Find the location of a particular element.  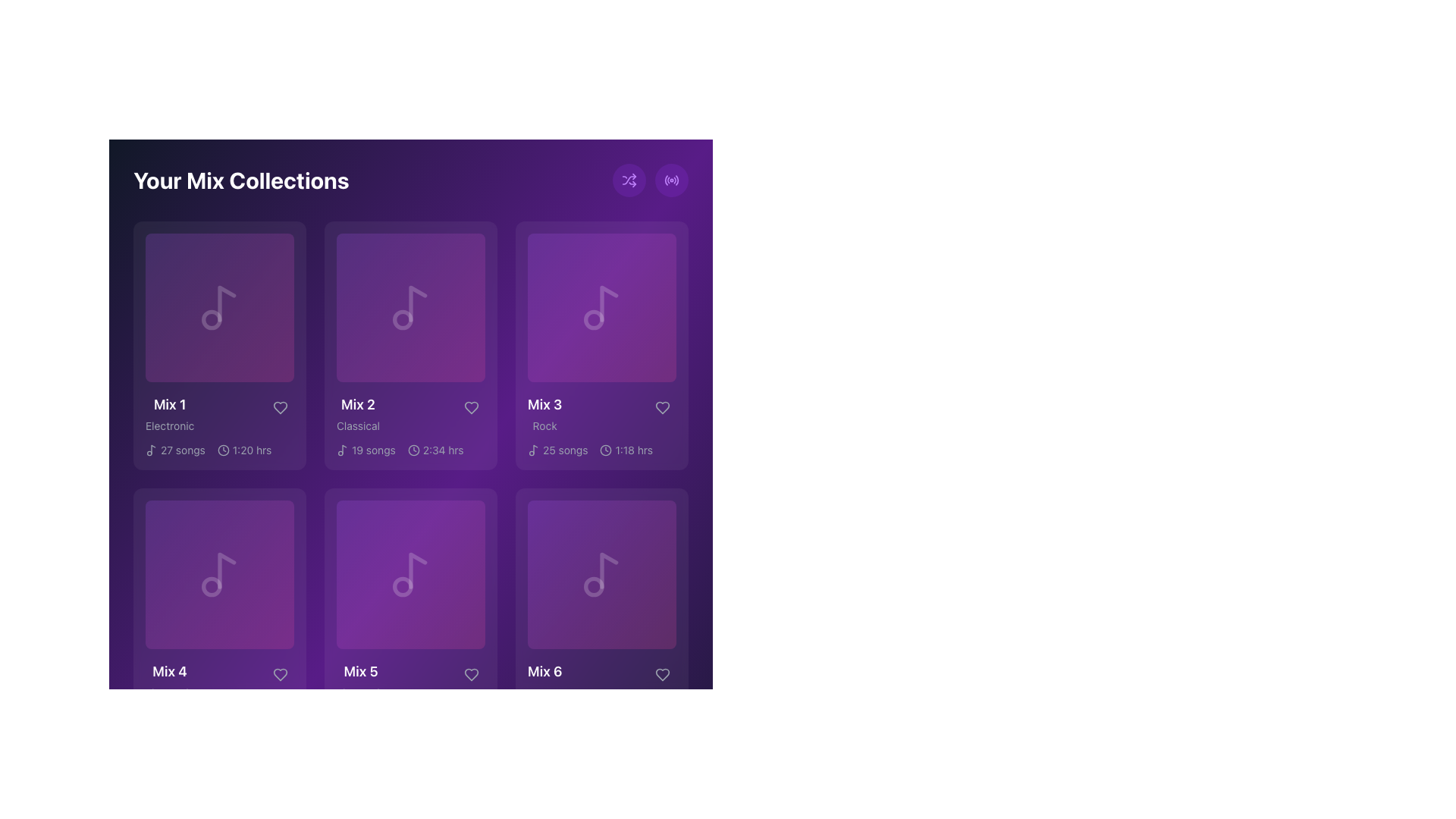

the circular purple button with a play icon in the center located in the Mix 1 collection card to initiate playback is located at coordinates (218, 307).